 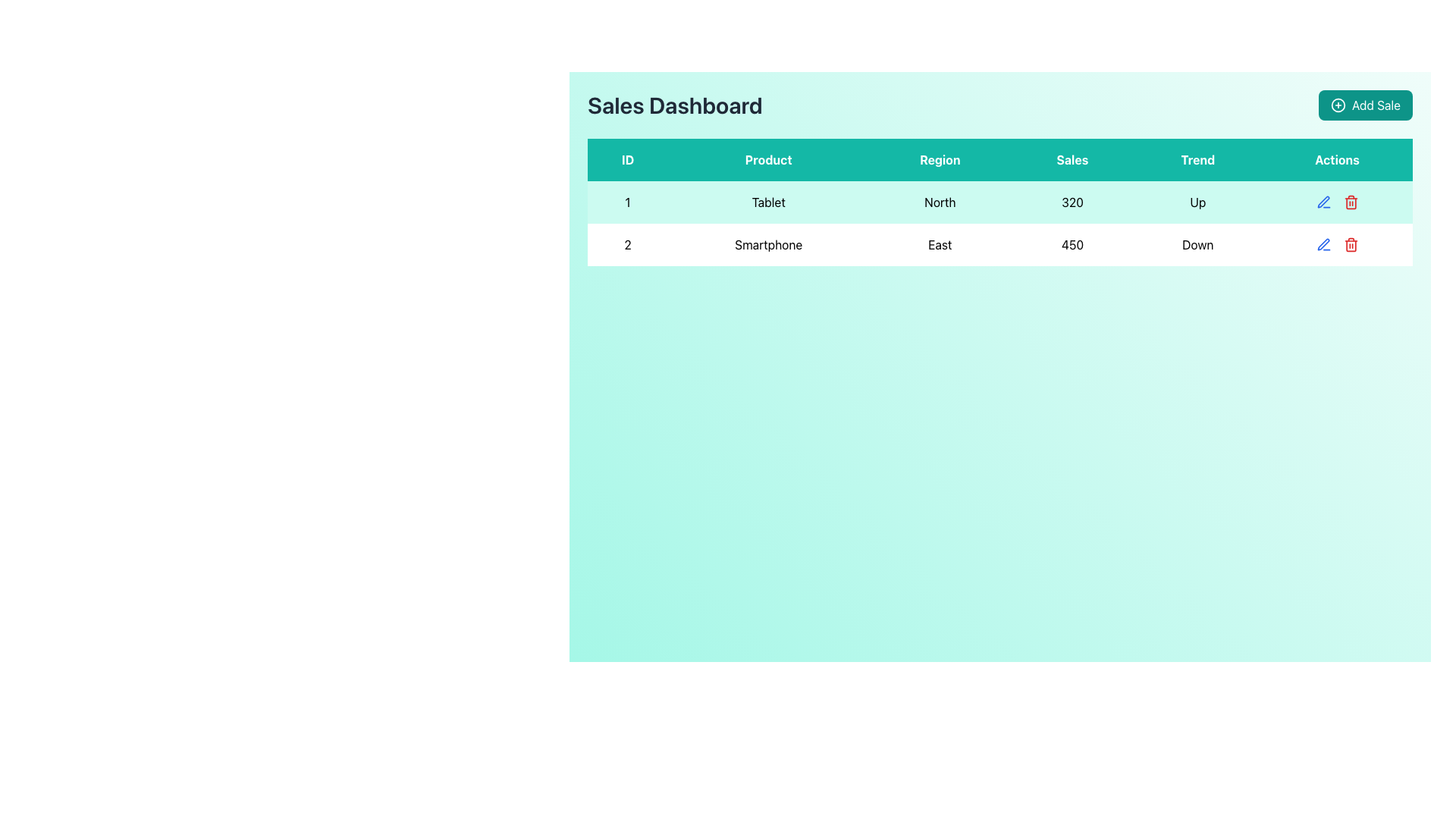 What do you see at coordinates (1072, 160) in the screenshot?
I see `the 'Sales' header cell in the table, which is the fourth cell in a row of six header cells, to interact with it` at bounding box center [1072, 160].